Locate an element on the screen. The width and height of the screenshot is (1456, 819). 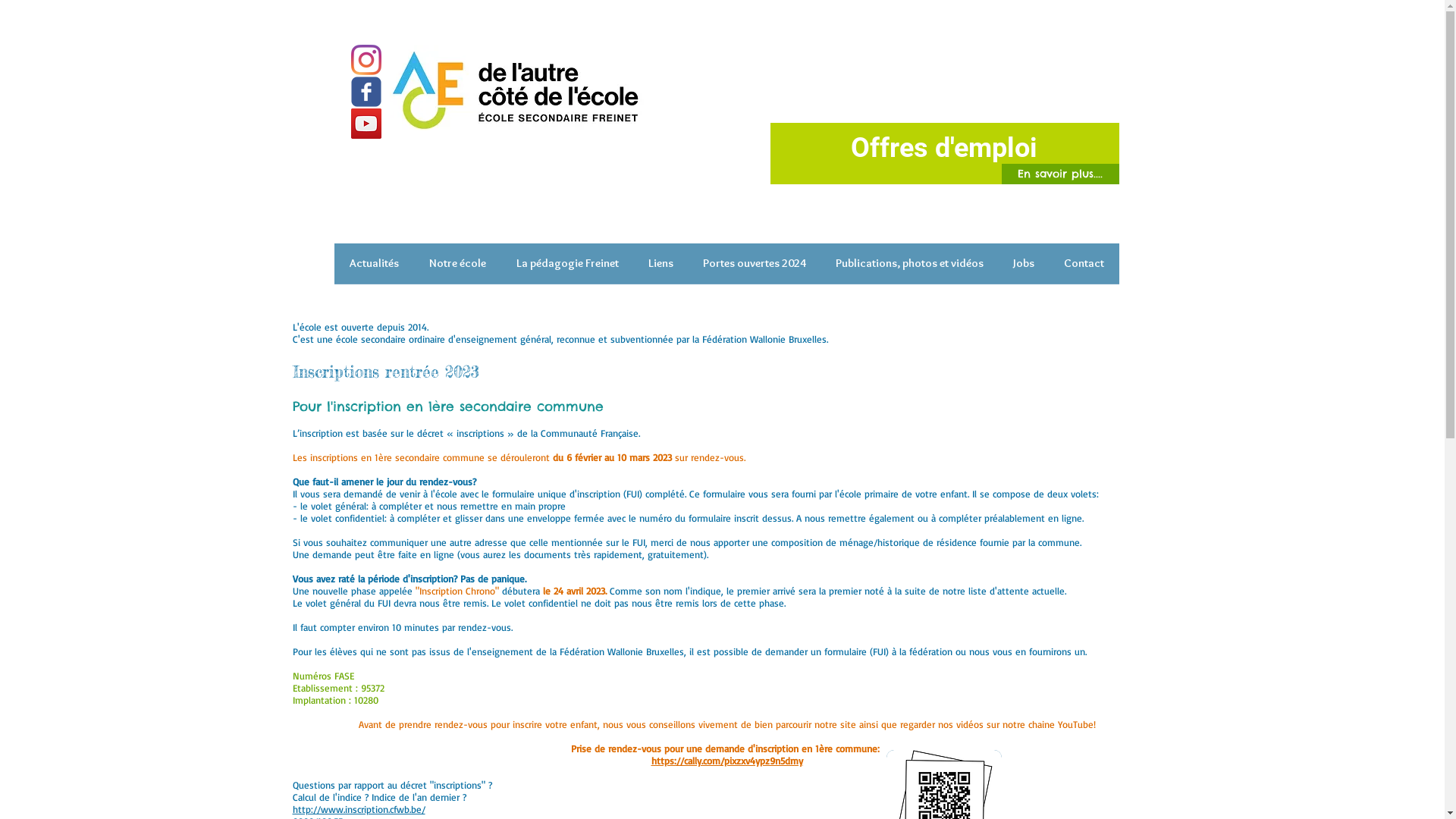
'En savoir plus....' is located at coordinates (1059, 173).